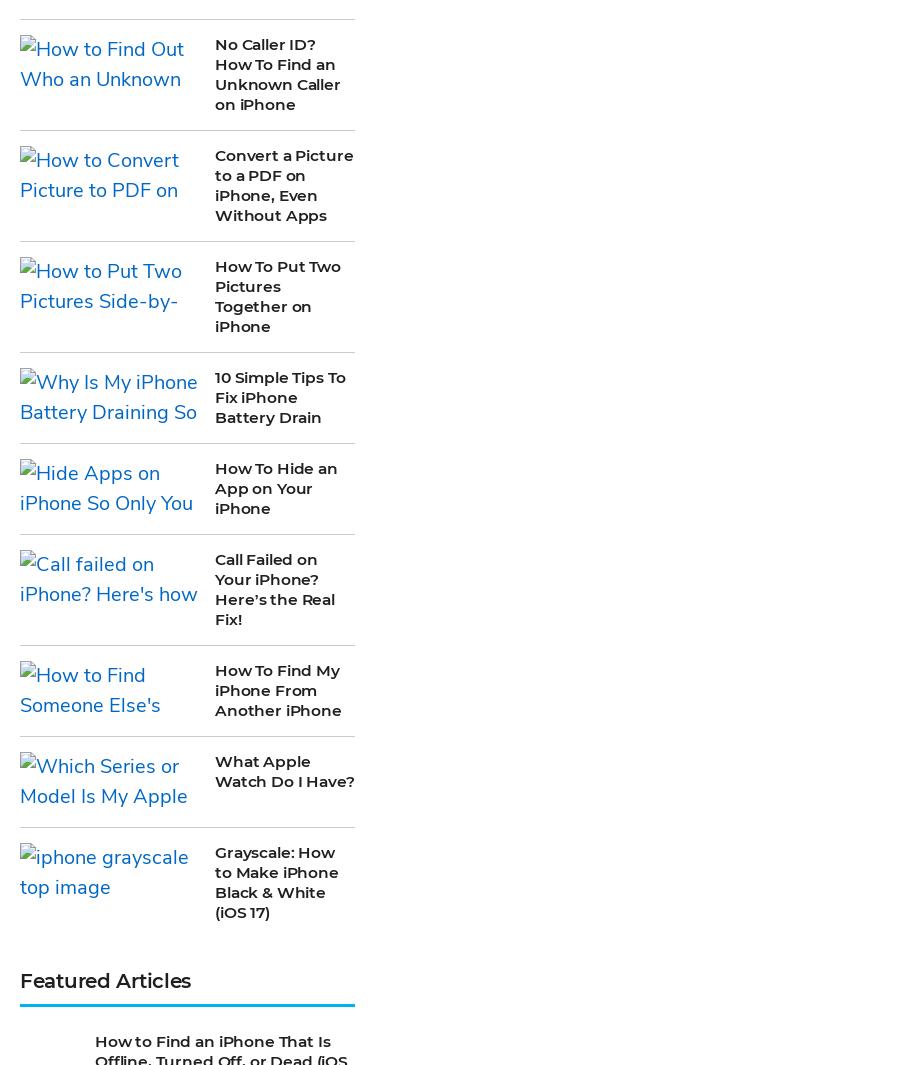  Describe the element at coordinates (284, 182) in the screenshot. I see `'What Apple Watch Do I Have?'` at that location.